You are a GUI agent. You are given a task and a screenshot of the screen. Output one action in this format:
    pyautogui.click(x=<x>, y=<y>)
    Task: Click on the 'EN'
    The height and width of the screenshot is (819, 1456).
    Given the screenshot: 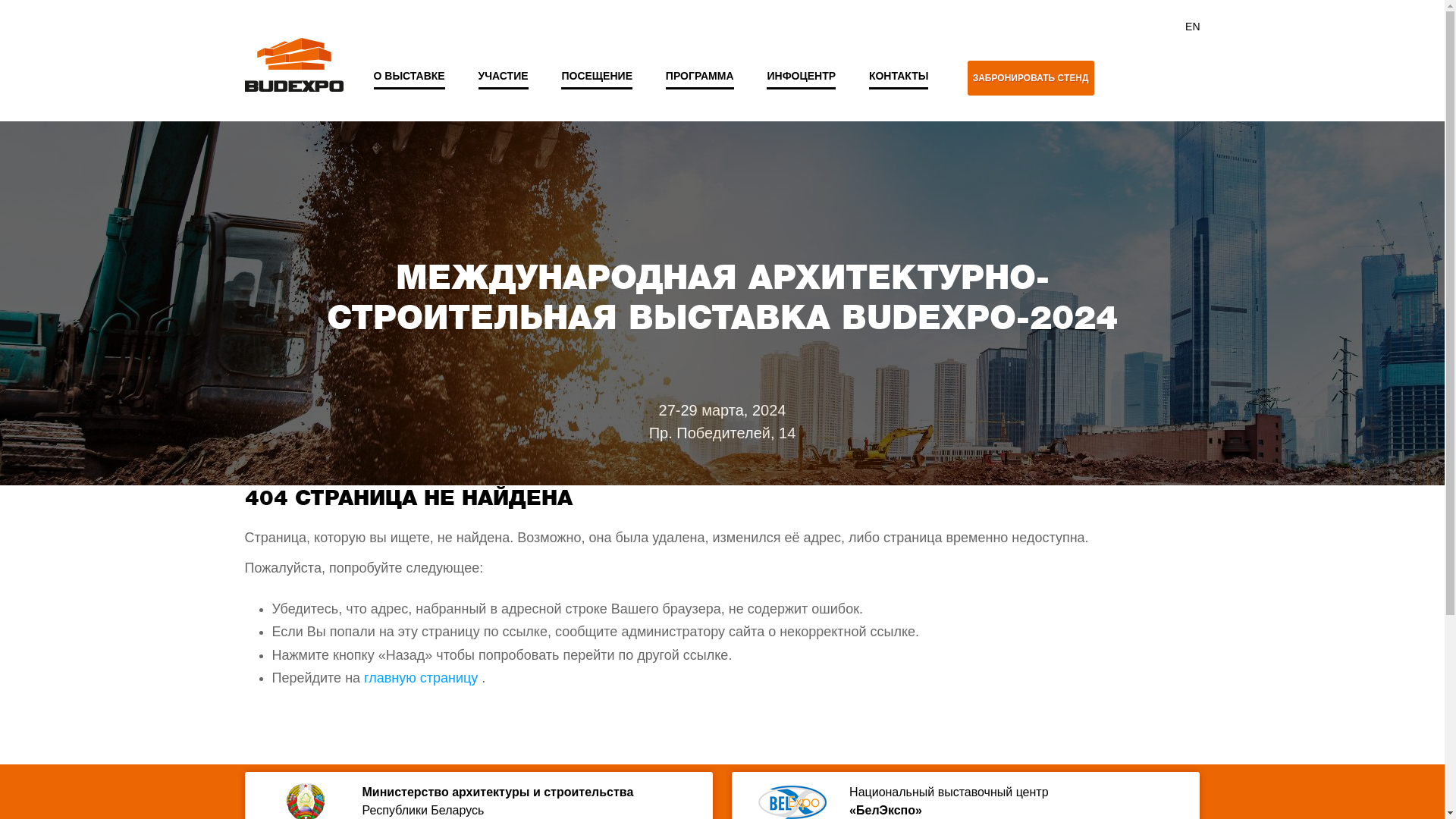 What is the action you would take?
    pyautogui.click(x=1191, y=26)
    